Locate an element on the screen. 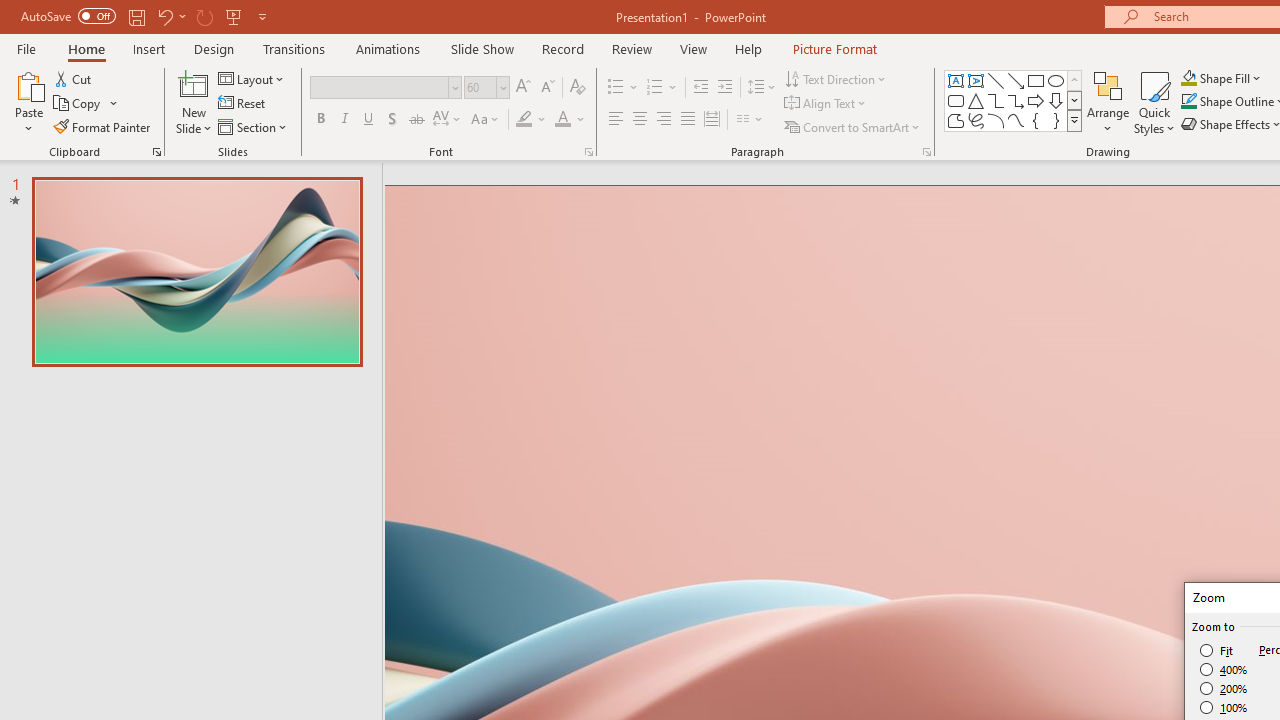 Image resolution: width=1280 pixels, height=720 pixels. 'Distributed' is located at coordinates (712, 119).